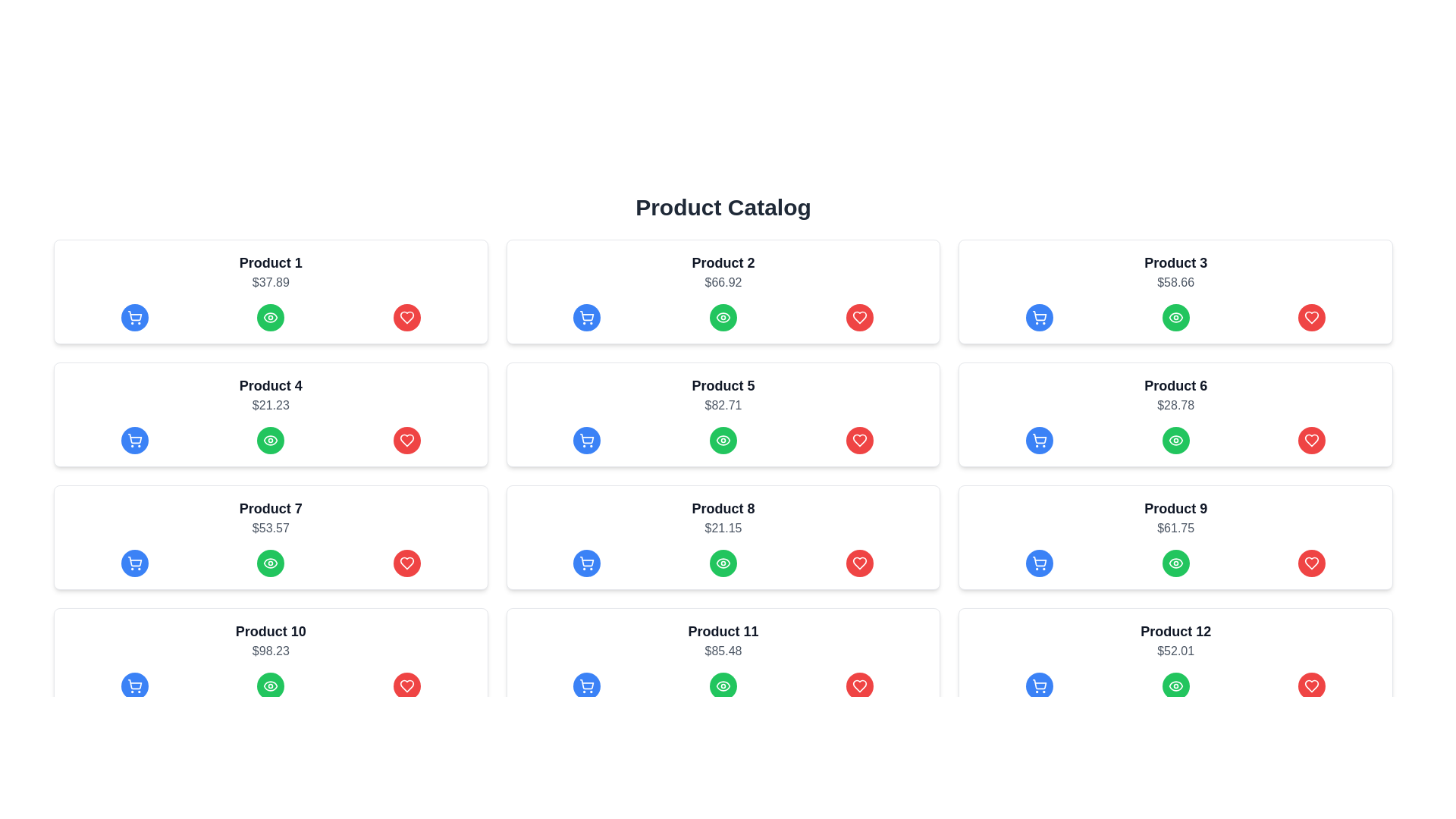 This screenshot has height=819, width=1456. Describe the element at coordinates (1175, 317) in the screenshot. I see `the green circular icon with a white eye symbol located in the card for 'Product 6 ($28.78)' in the second row of the product catalog` at that location.